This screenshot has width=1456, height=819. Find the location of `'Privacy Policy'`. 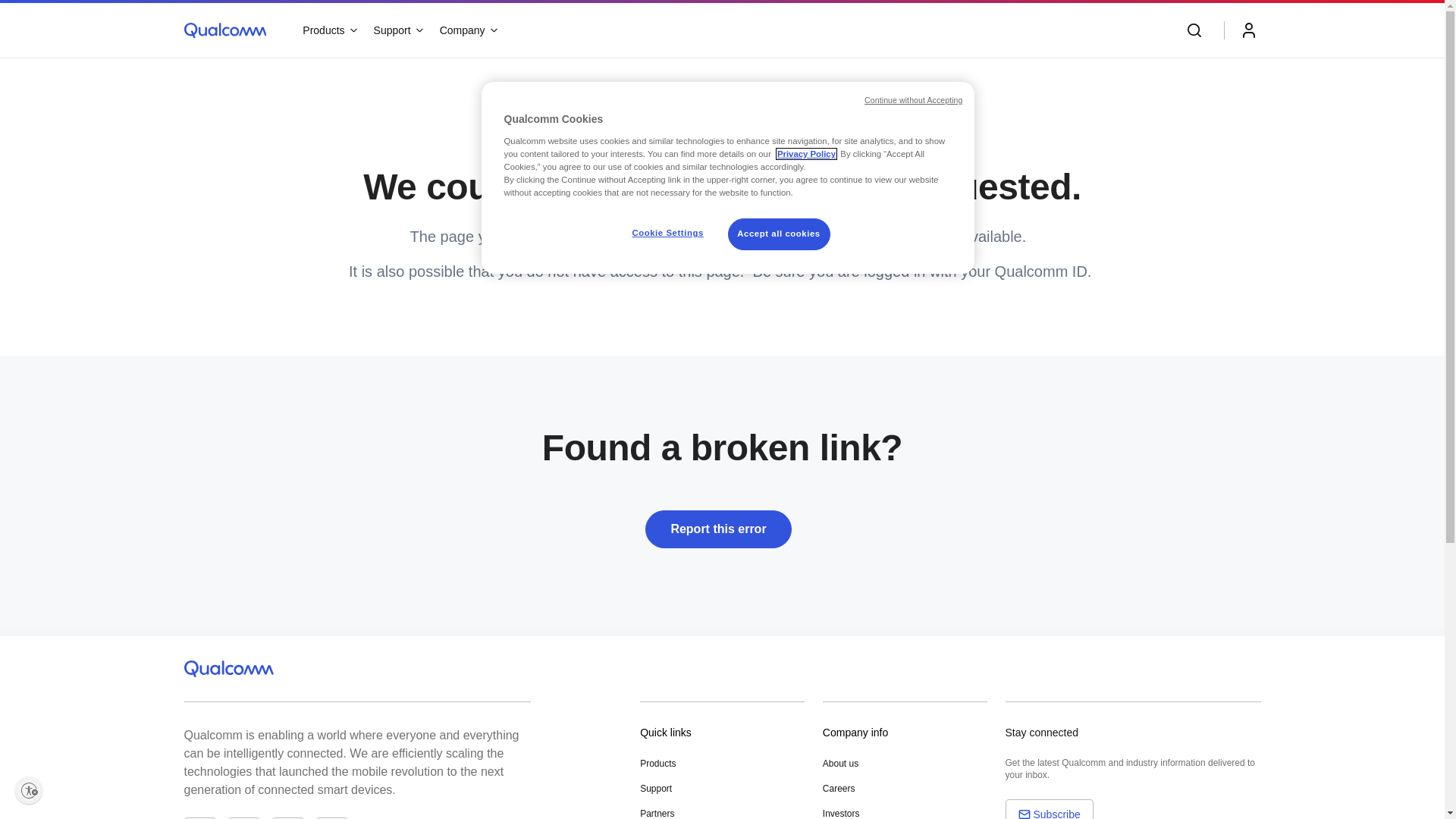

'Privacy Policy' is located at coordinates (805, 154).